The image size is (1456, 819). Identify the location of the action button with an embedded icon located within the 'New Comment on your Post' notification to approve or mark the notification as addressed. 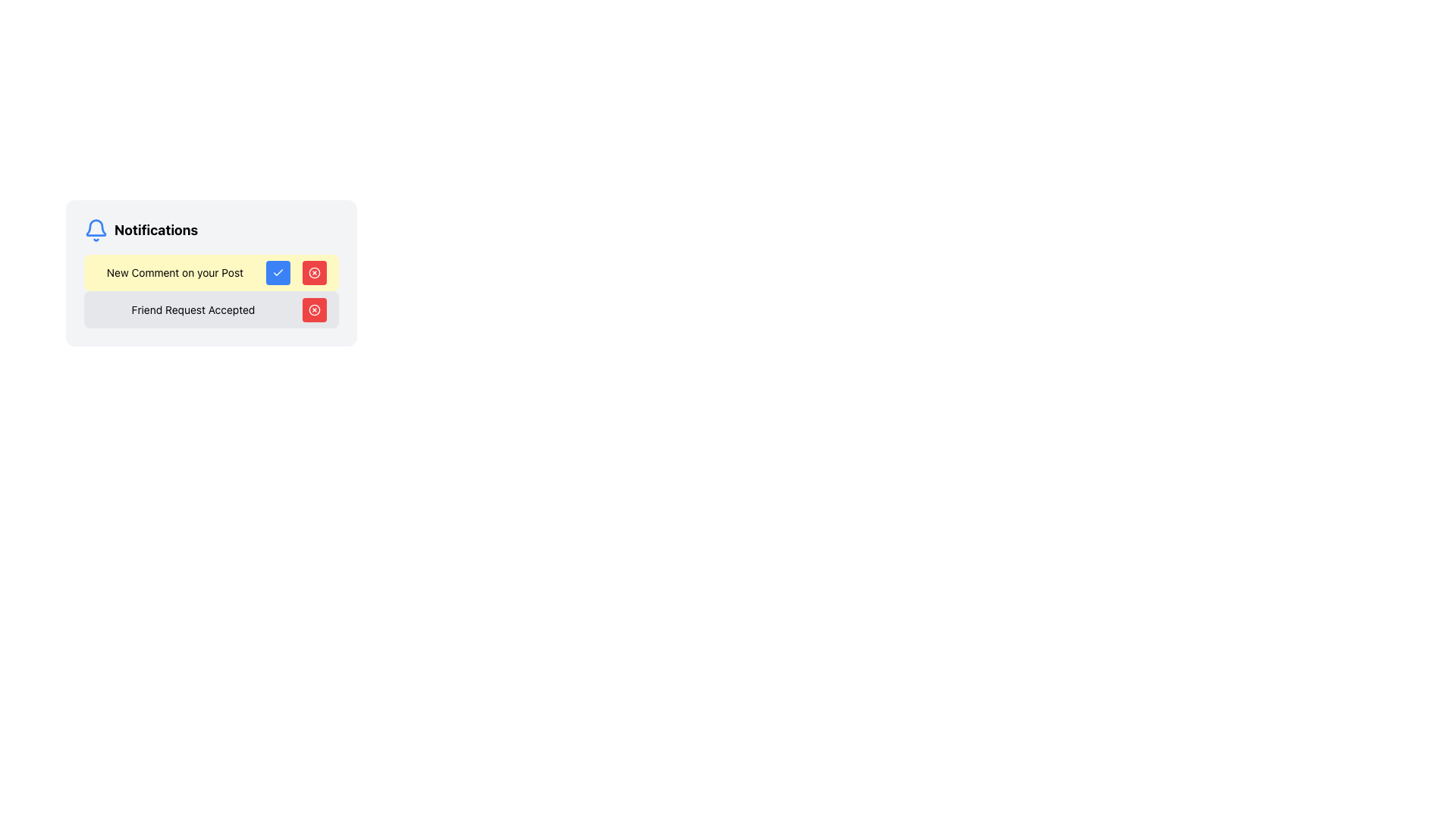
(278, 271).